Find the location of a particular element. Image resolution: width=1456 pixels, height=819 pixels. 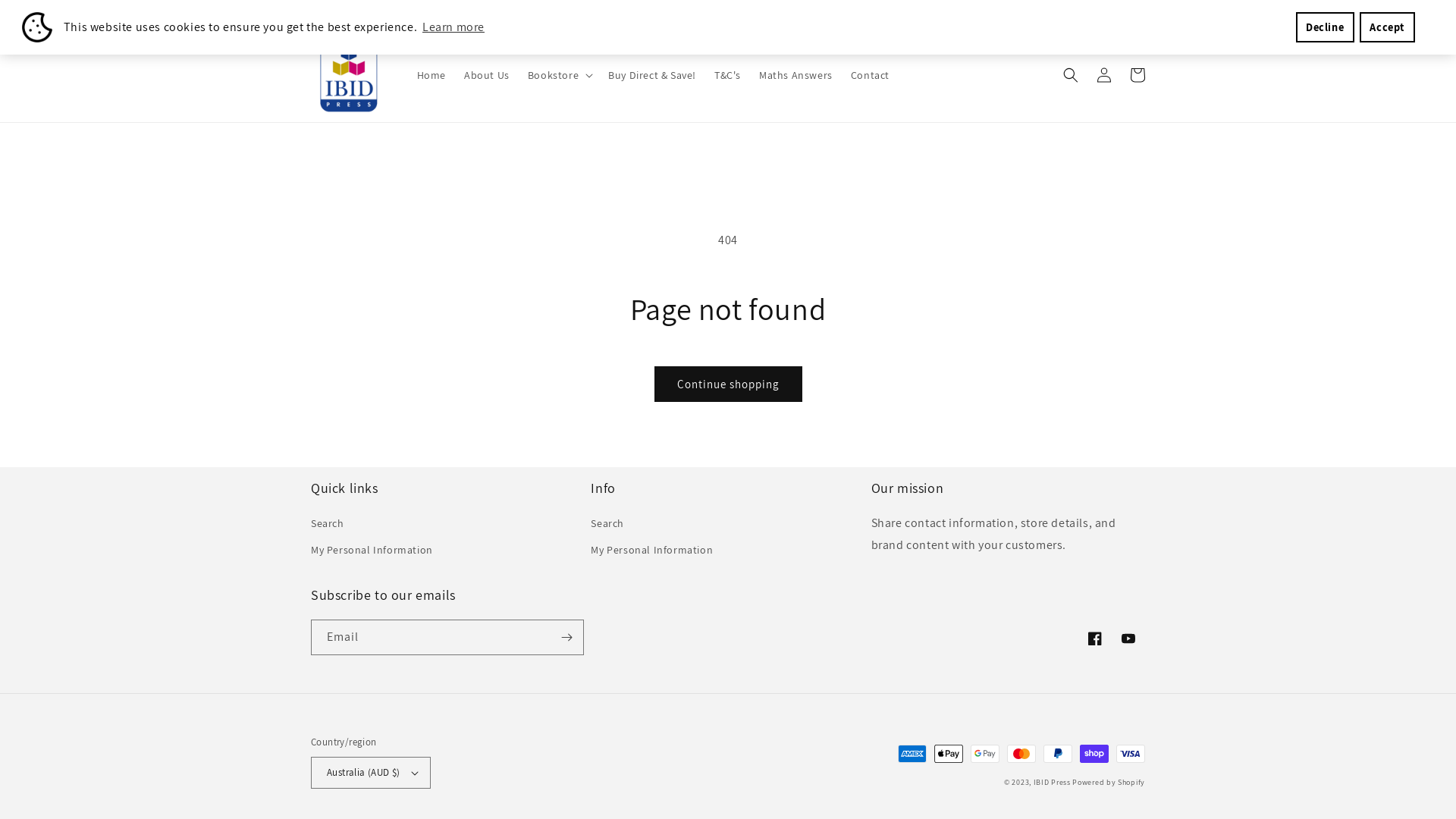

'Home' is located at coordinates (431, 75).